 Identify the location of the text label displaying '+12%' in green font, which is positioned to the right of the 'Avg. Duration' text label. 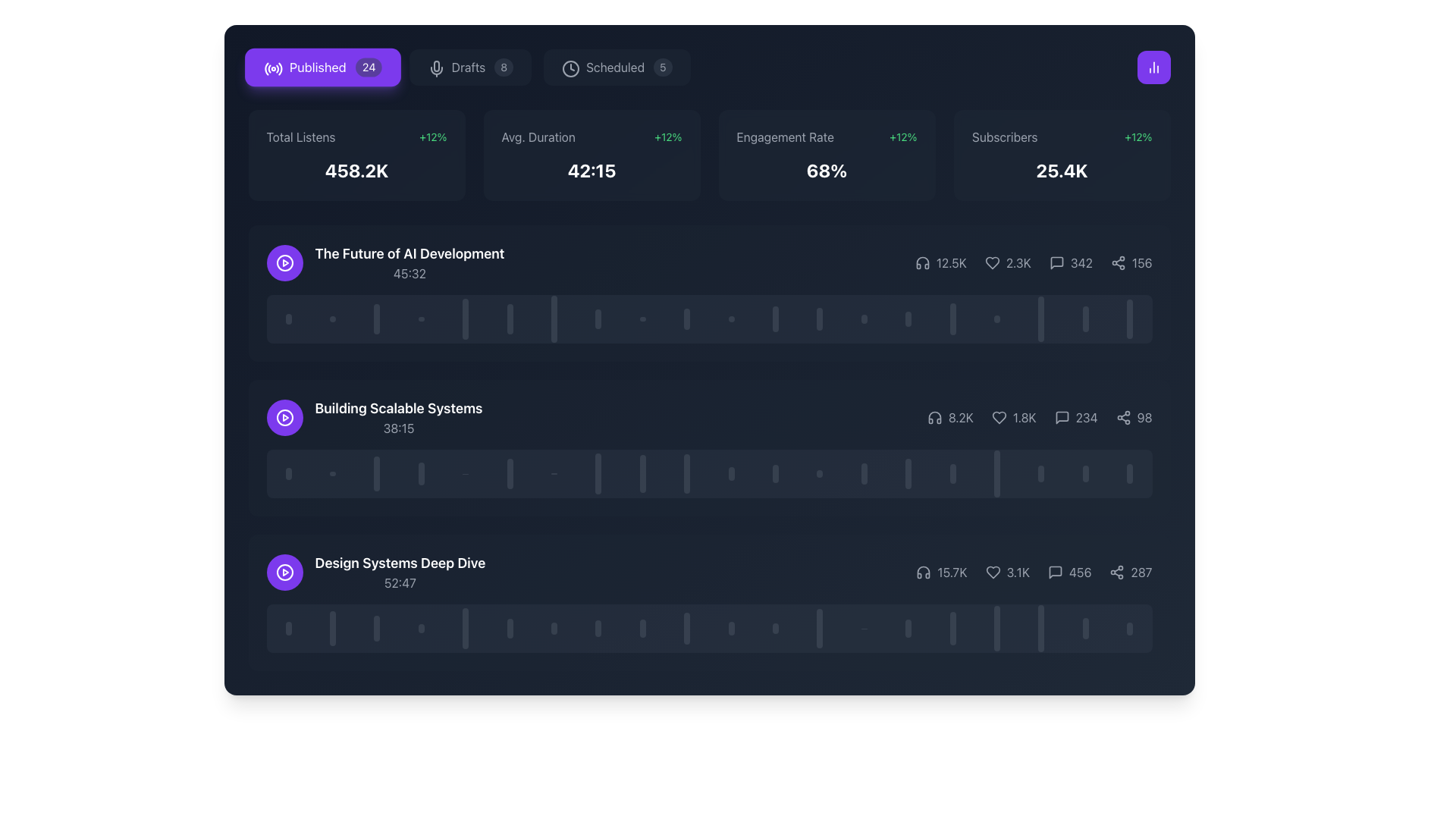
(667, 137).